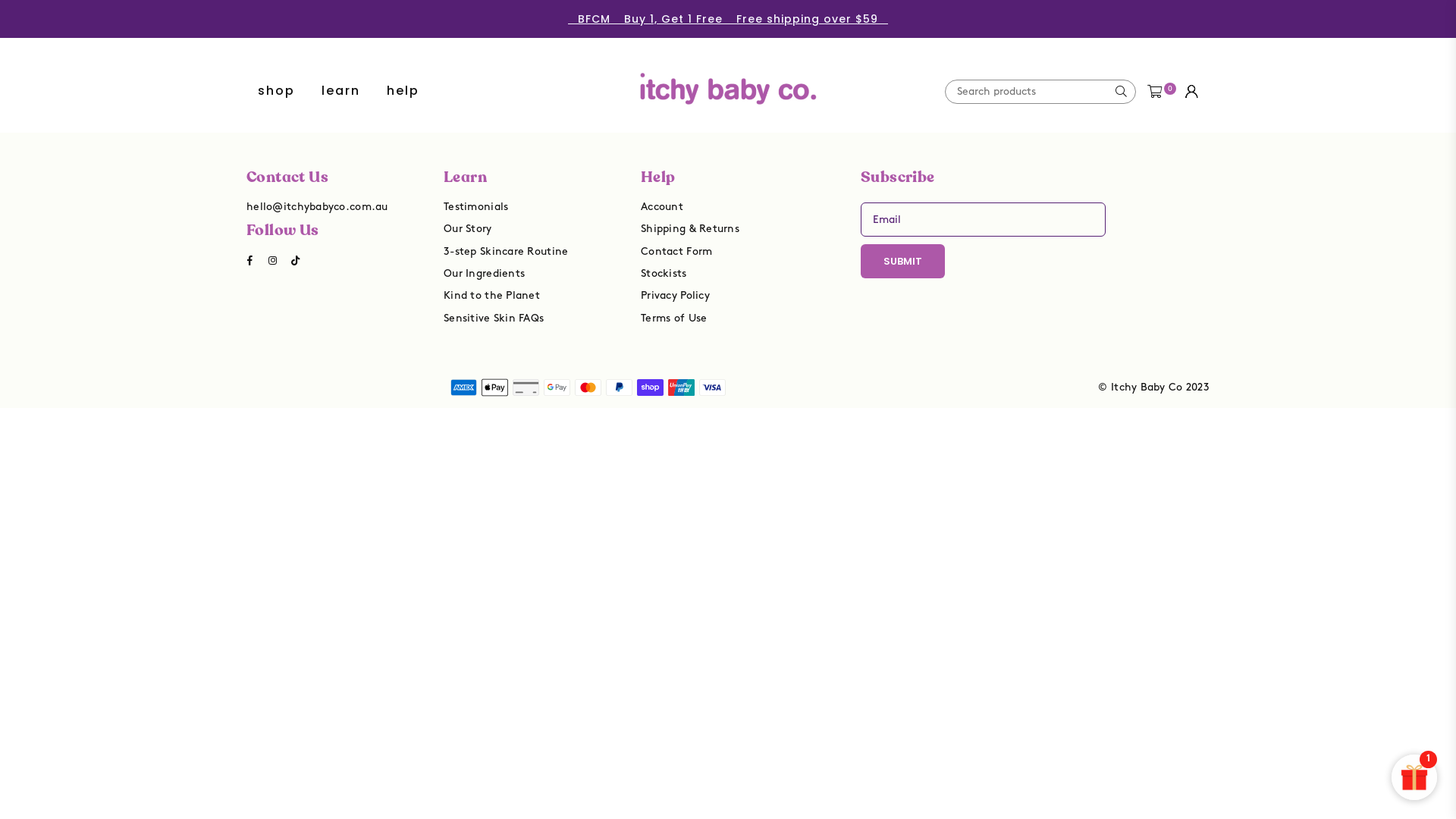  I want to click on 'Contact Form', so click(676, 250).